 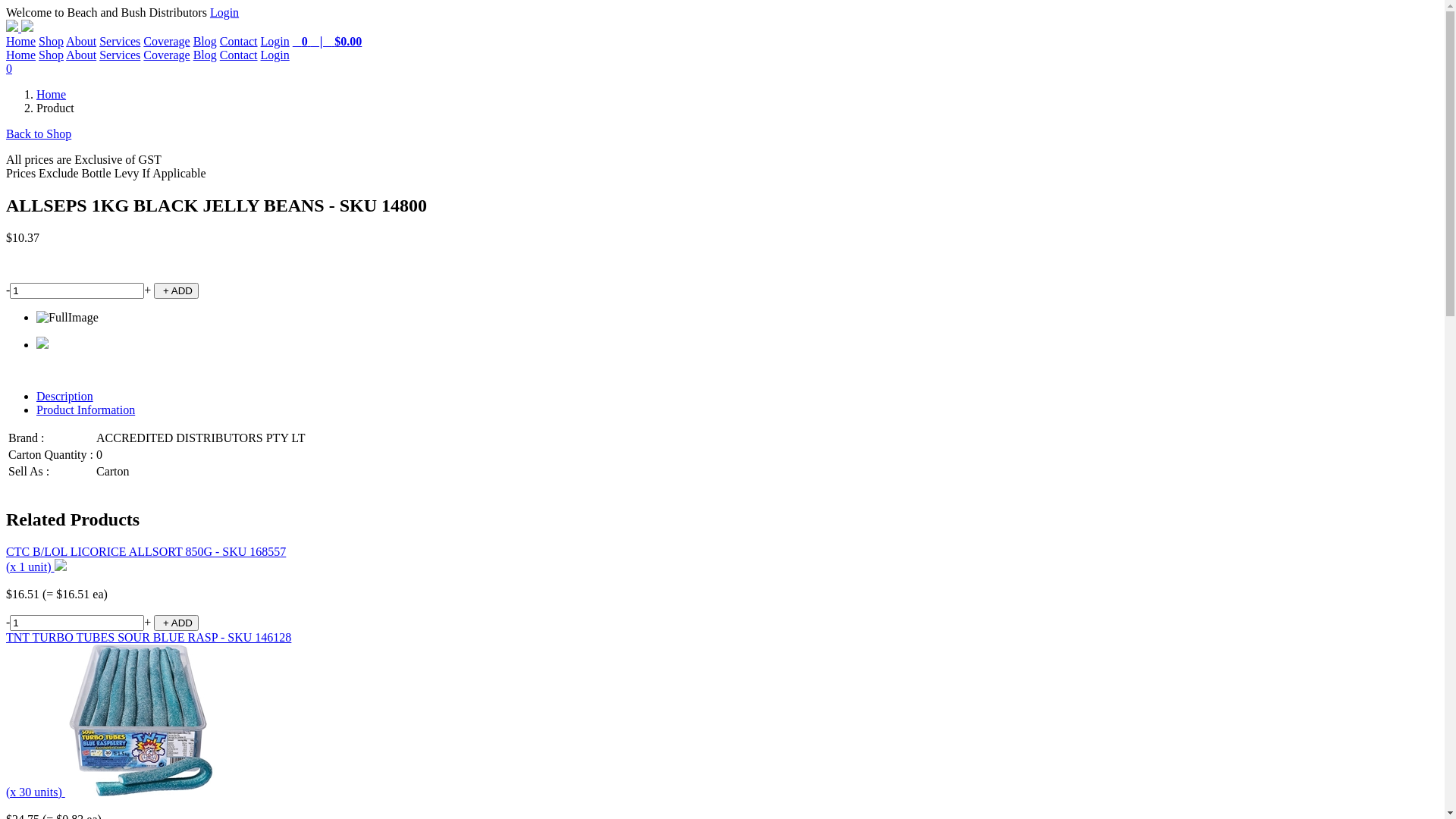 I want to click on '+', so click(x=147, y=622).